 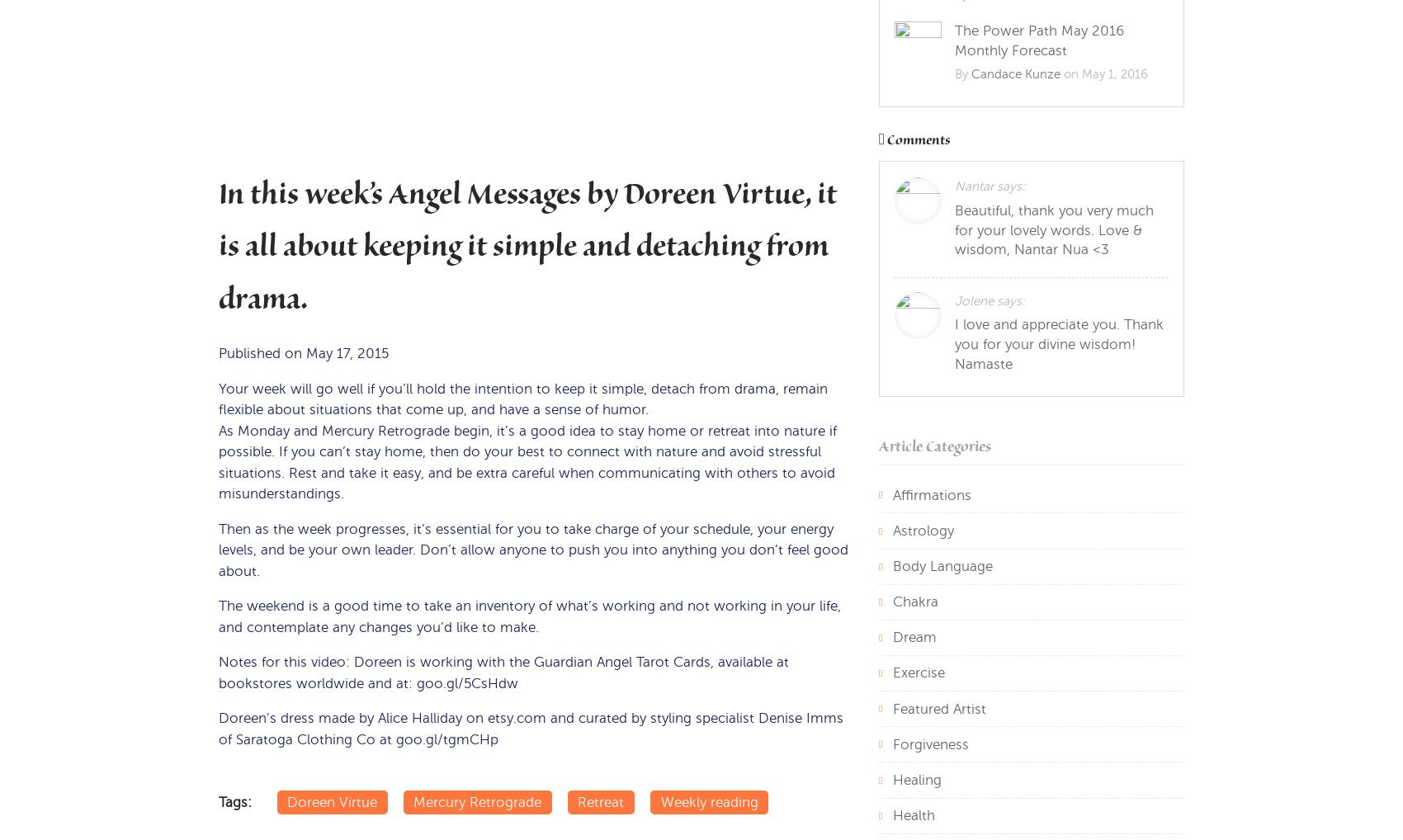 What do you see at coordinates (600, 801) in the screenshot?
I see `'Retreat'` at bounding box center [600, 801].